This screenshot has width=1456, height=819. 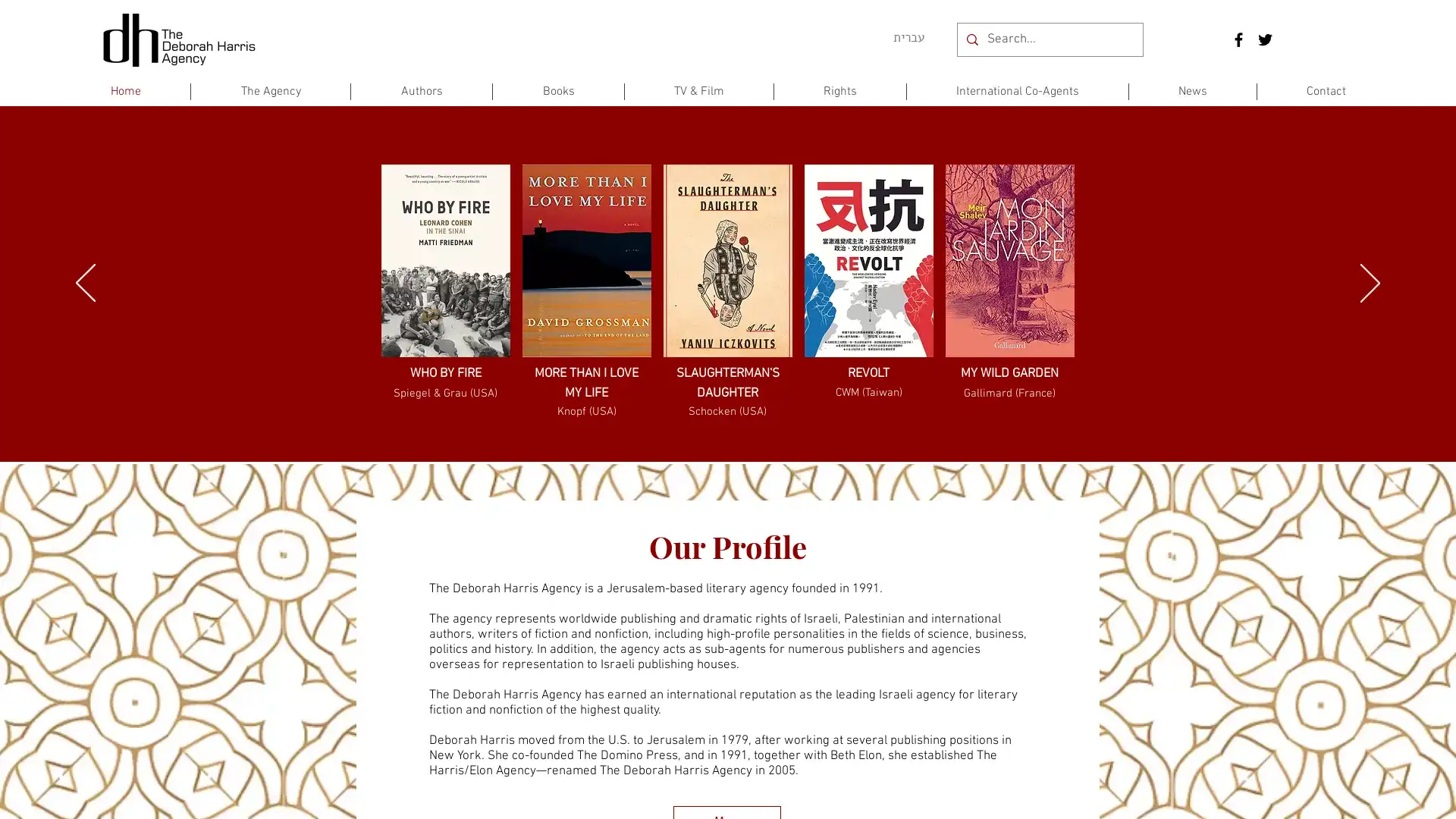 I want to click on Previous, so click(x=85, y=284).